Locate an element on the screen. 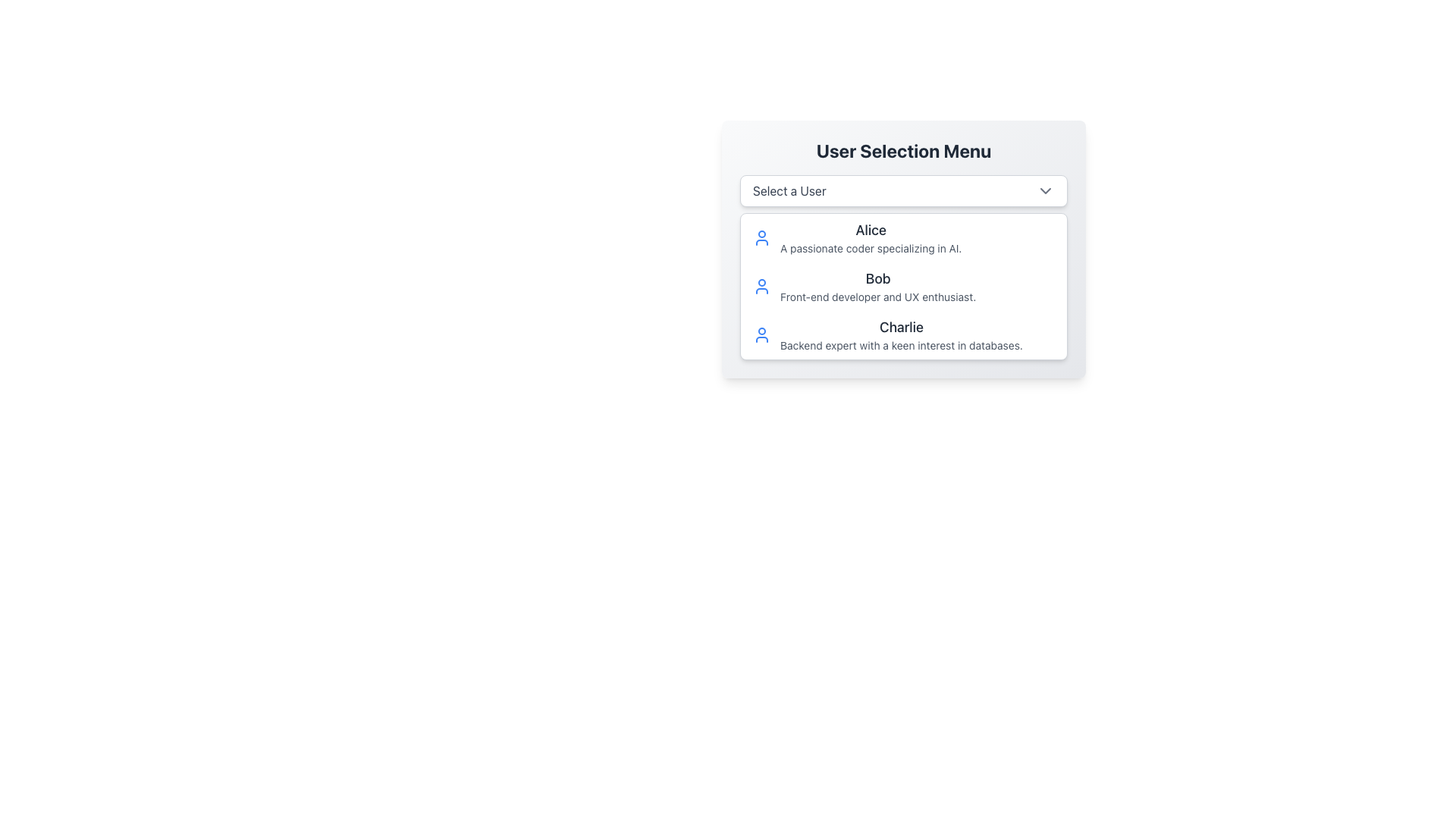  the user icon for 'Alice' located to the left of her name in the user selection menu, which is the first entry in the vertical list is located at coordinates (761, 237).